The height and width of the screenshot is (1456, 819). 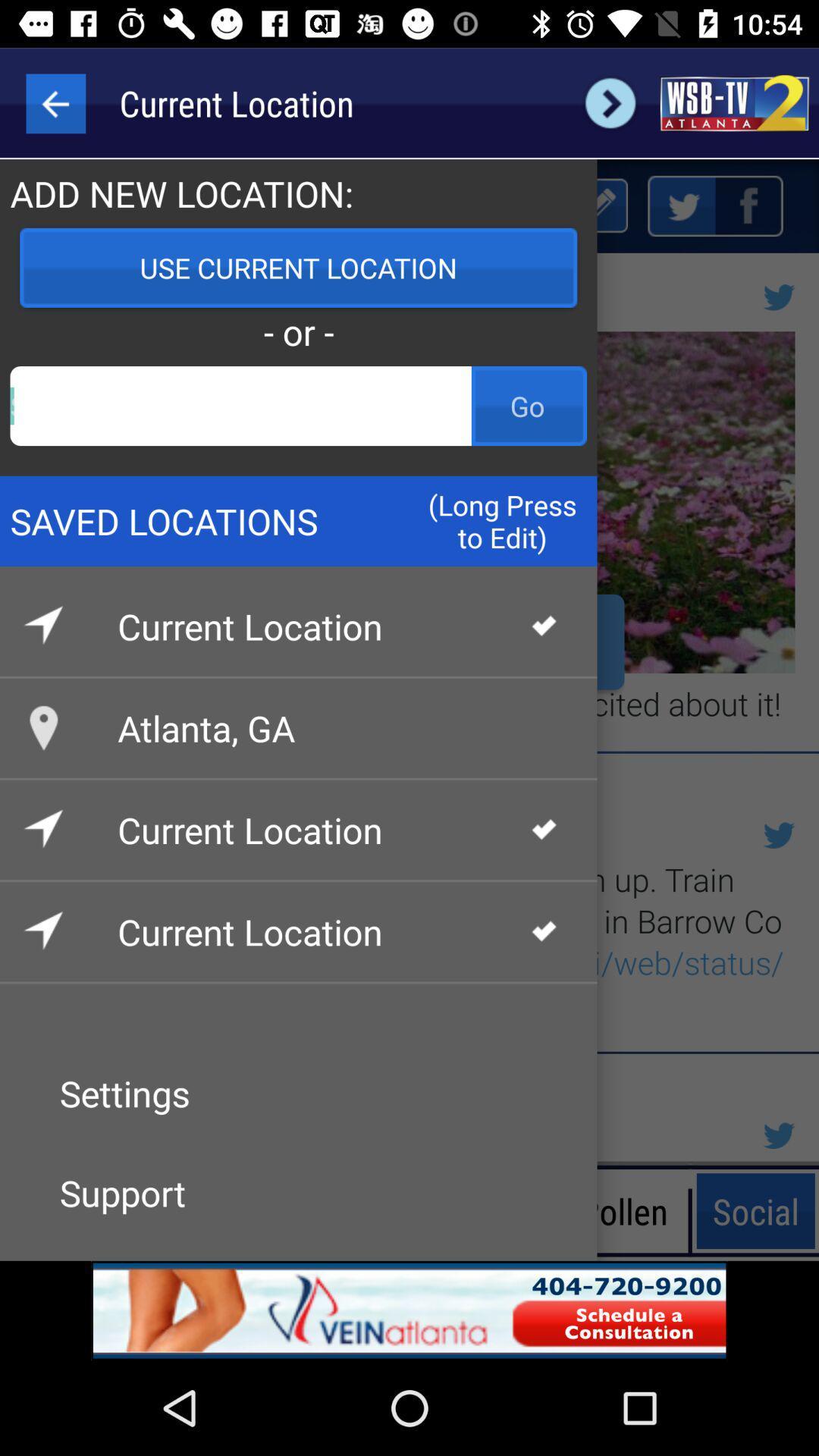 What do you see at coordinates (610, 102) in the screenshot?
I see `the arrow_forward icon` at bounding box center [610, 102].